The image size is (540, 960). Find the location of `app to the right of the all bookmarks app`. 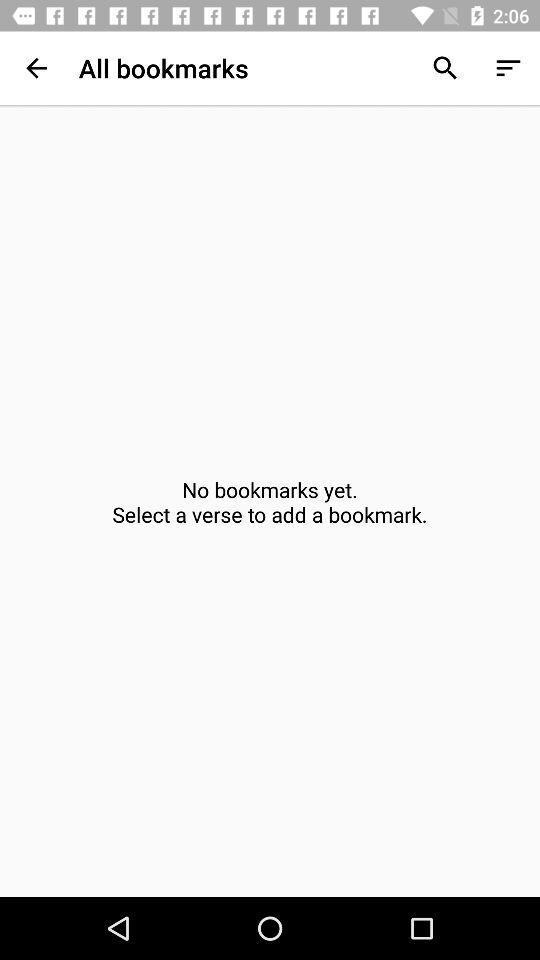

app to the right of the all bookmarks app is located at coordinates (445, 68).